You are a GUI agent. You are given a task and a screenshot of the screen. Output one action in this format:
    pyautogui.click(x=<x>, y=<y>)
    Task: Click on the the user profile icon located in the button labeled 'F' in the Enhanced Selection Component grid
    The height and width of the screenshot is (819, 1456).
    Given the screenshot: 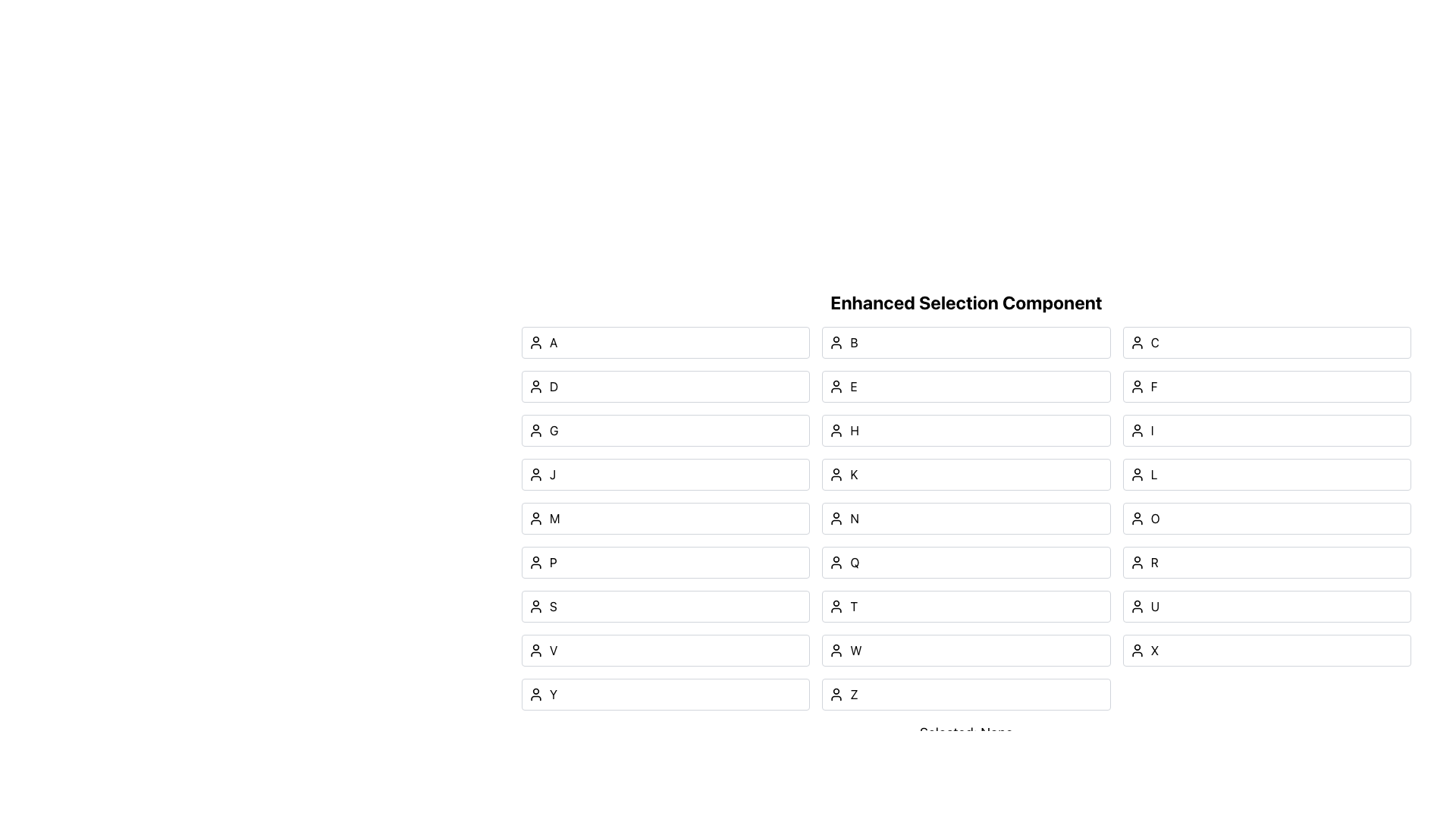 What is the action you would take?
    pyautogui.click(x=1136, y=385)
    